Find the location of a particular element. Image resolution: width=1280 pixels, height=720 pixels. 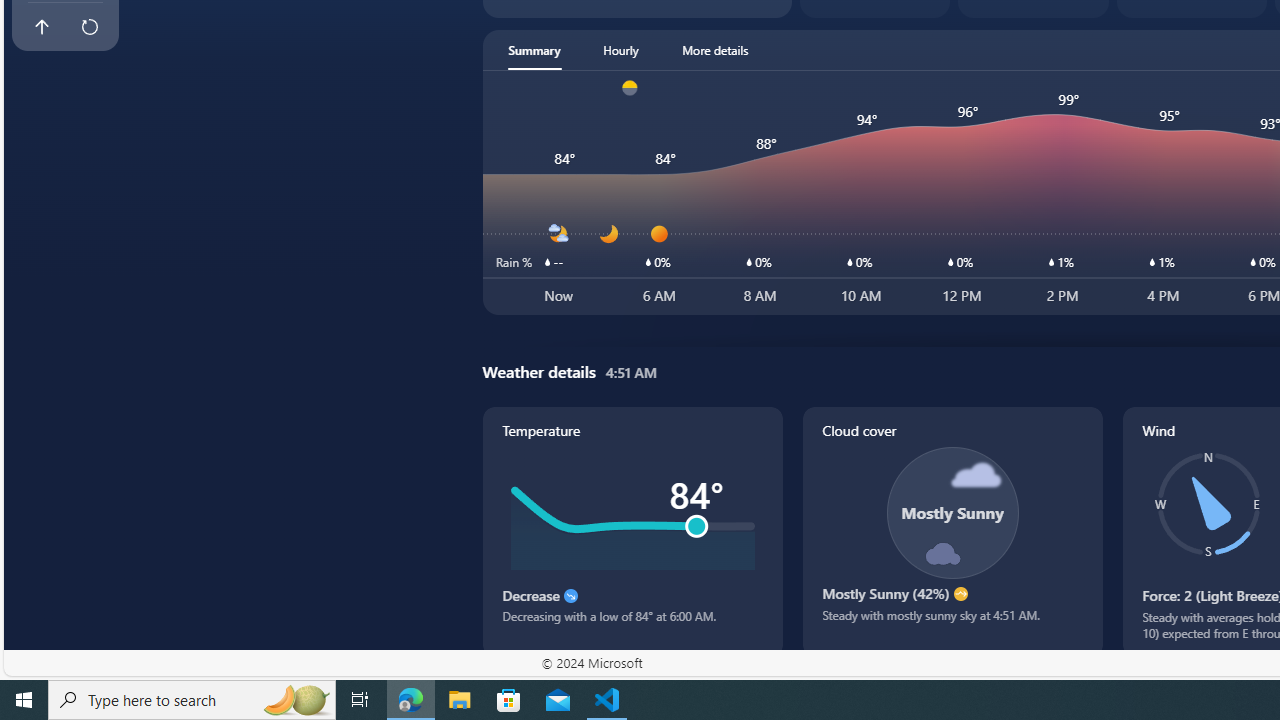

'Temperature' is located at coordinates (631, 530).